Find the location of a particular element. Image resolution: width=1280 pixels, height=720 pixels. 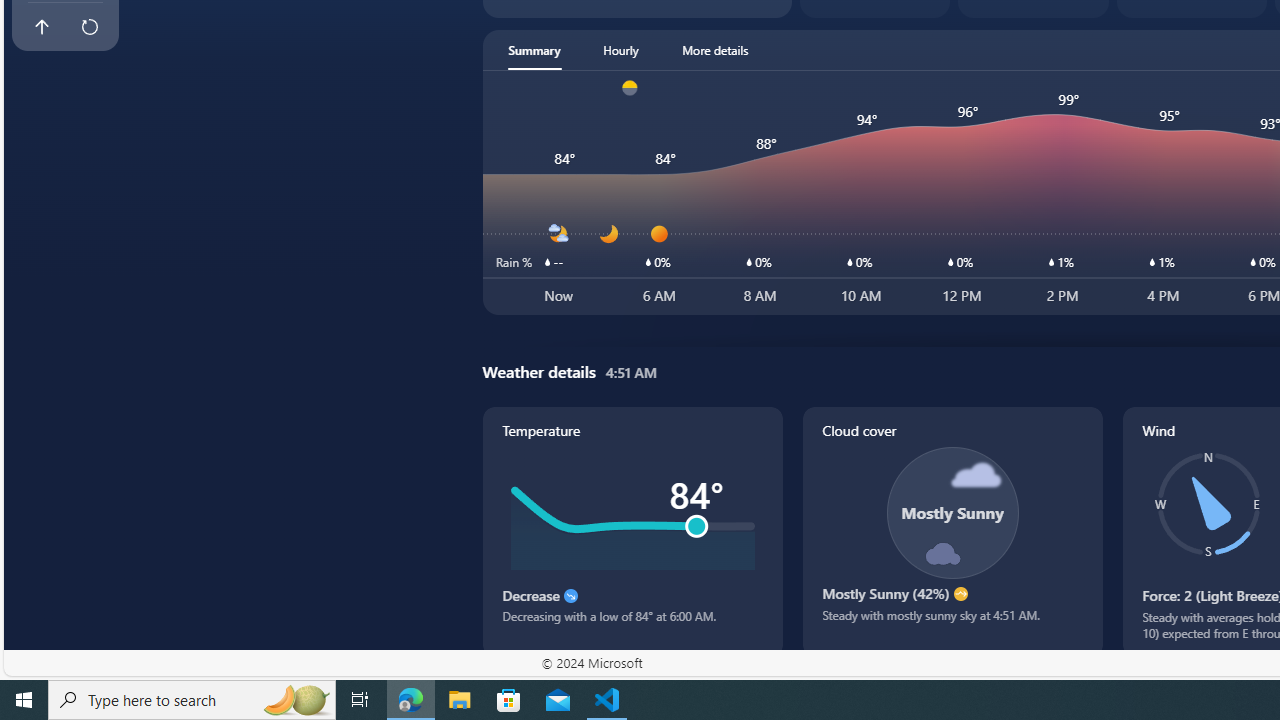

'Temperature' is located at coordinates (631, 530).